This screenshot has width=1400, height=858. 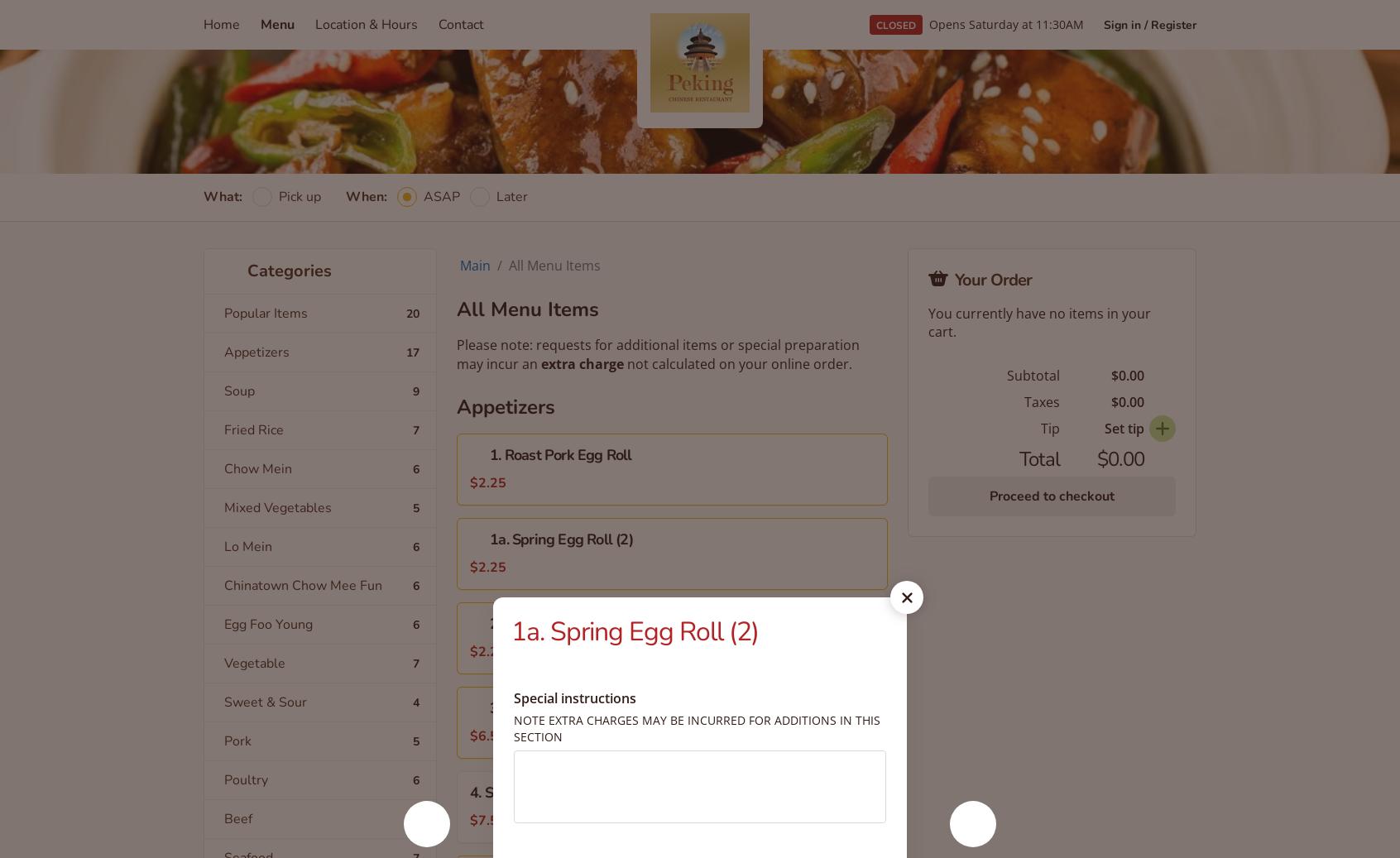 I want to click on '20', so click(x=412, y=312).